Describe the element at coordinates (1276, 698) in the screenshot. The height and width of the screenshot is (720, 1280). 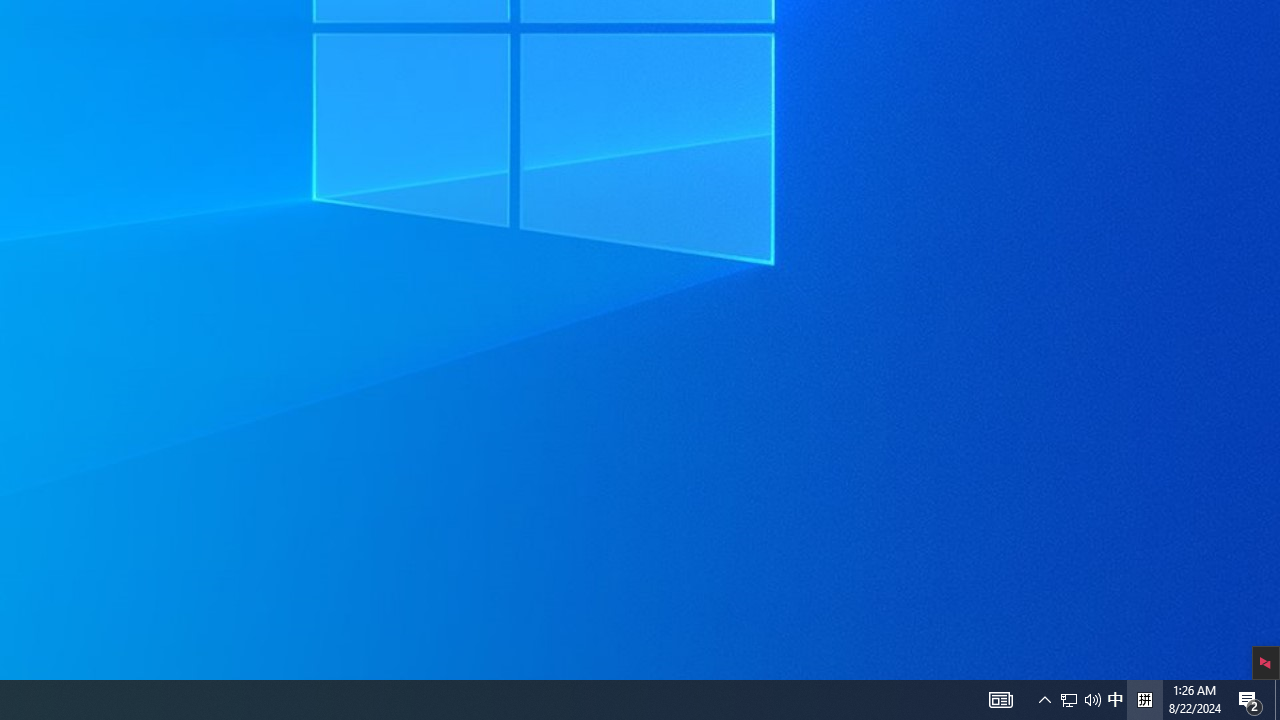
I see `'Show desktop'` at that location.